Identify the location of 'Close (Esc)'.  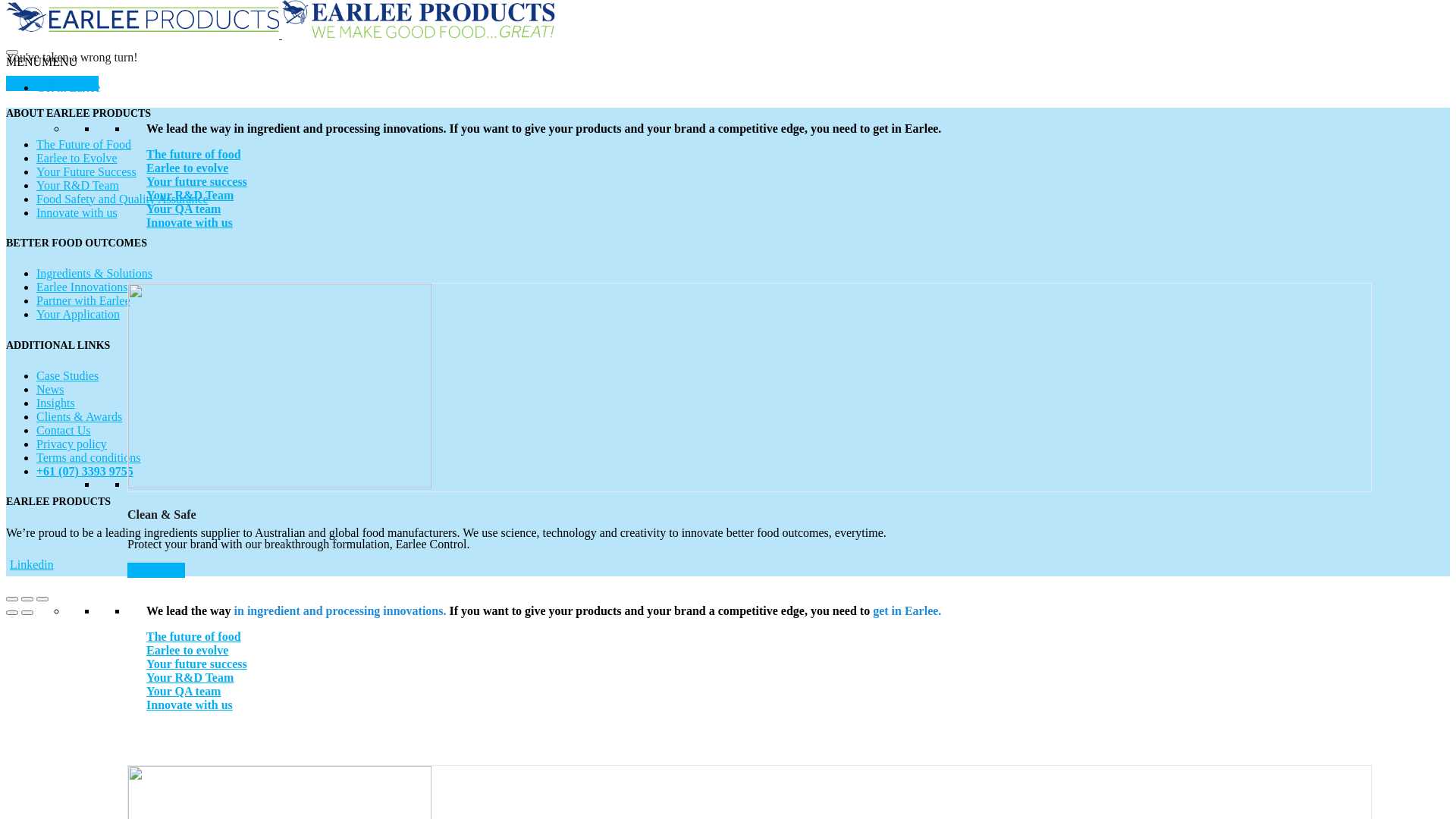
(6, 598).